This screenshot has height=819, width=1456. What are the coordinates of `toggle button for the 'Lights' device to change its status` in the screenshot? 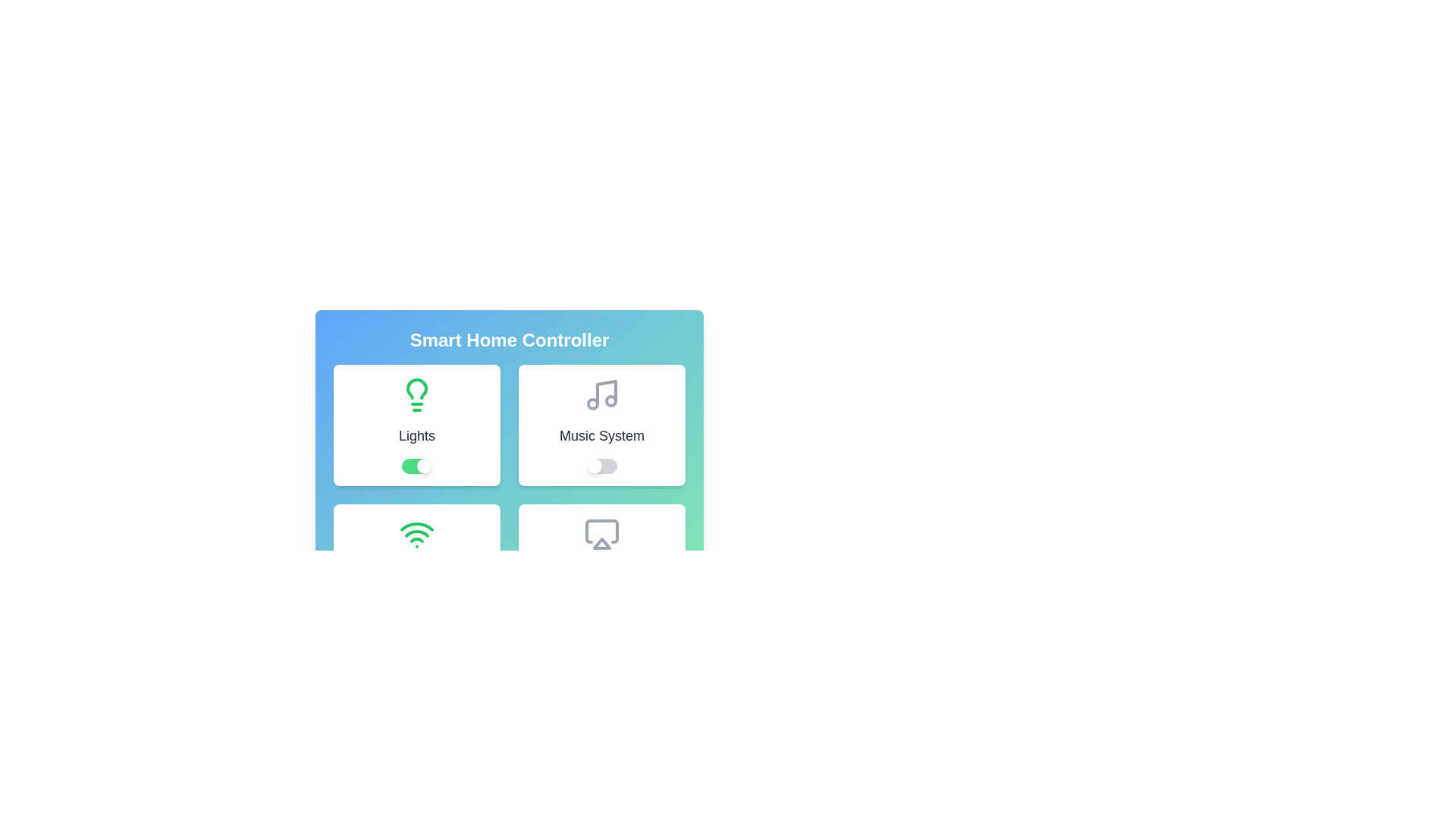 It's located at (417, 465).